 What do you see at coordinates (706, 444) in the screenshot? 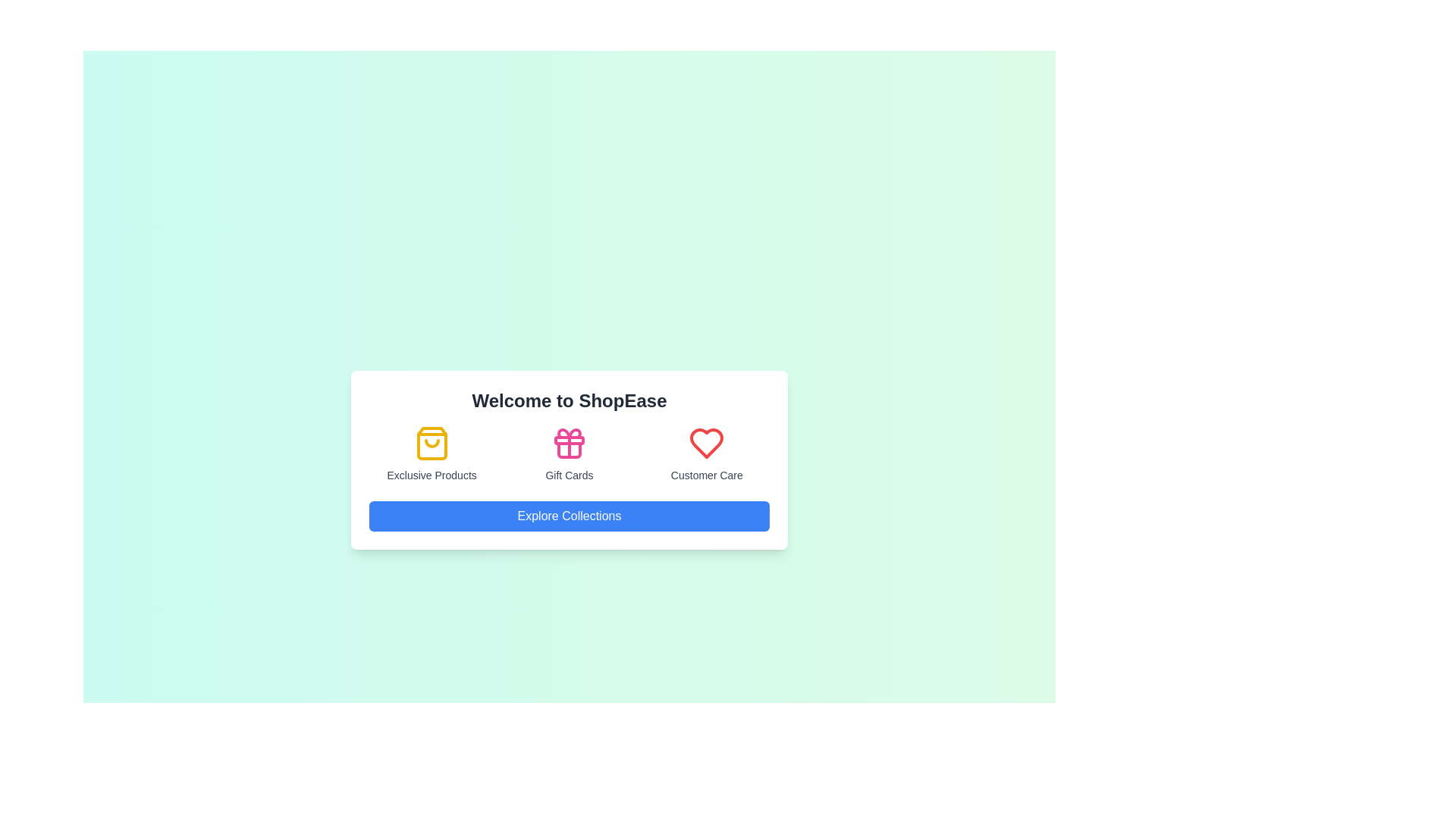
I see `the red heart icon located above the 'Customer Care' text, which is the third icon in a group of three icons below the 'Welcome to ShopEase' title` at bounding box center [706, 444].